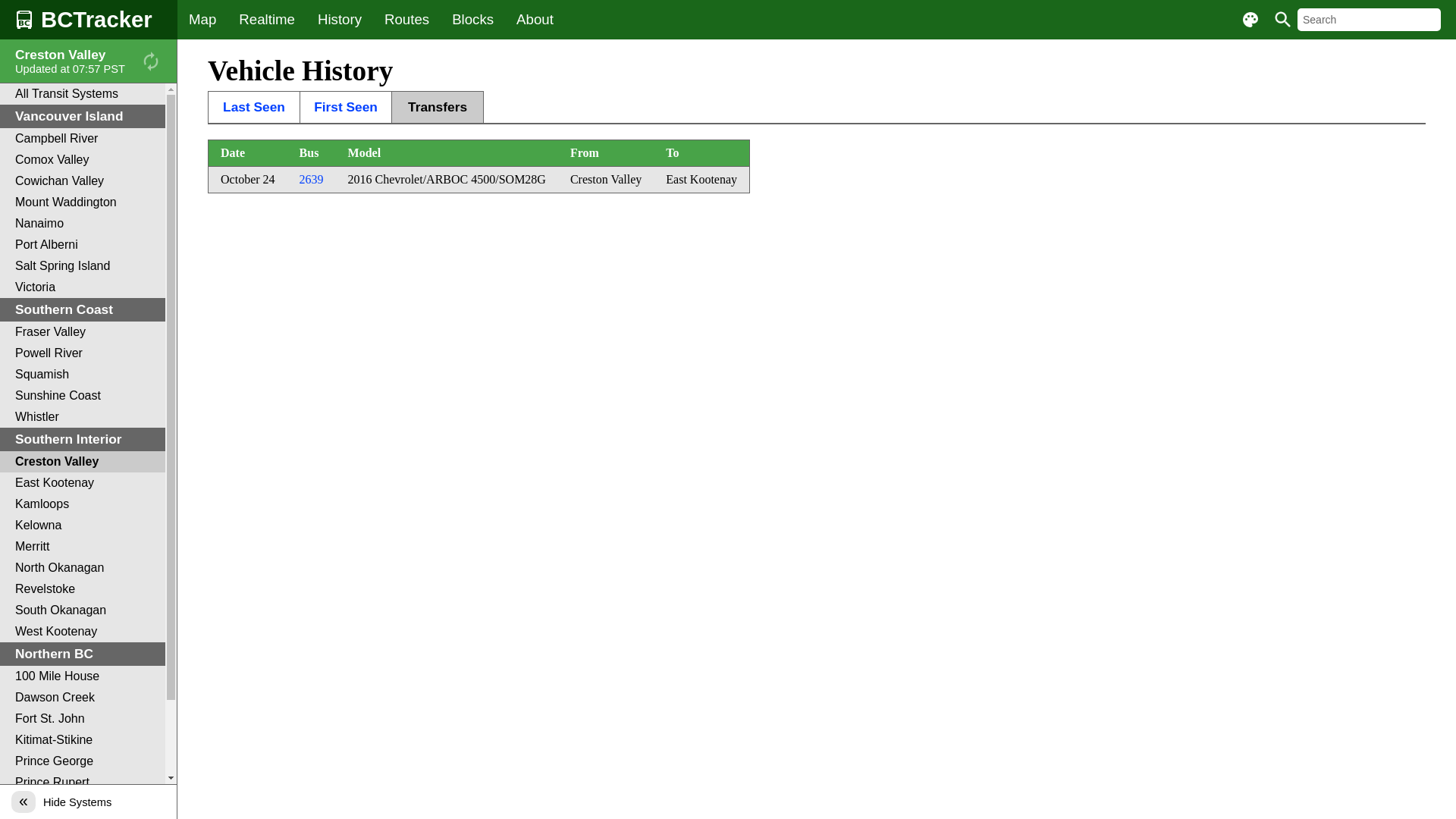  What do you see at coordinates (345, 106) in the screenshot?
I see `'First Seen'` at bounding box center [345, 106].